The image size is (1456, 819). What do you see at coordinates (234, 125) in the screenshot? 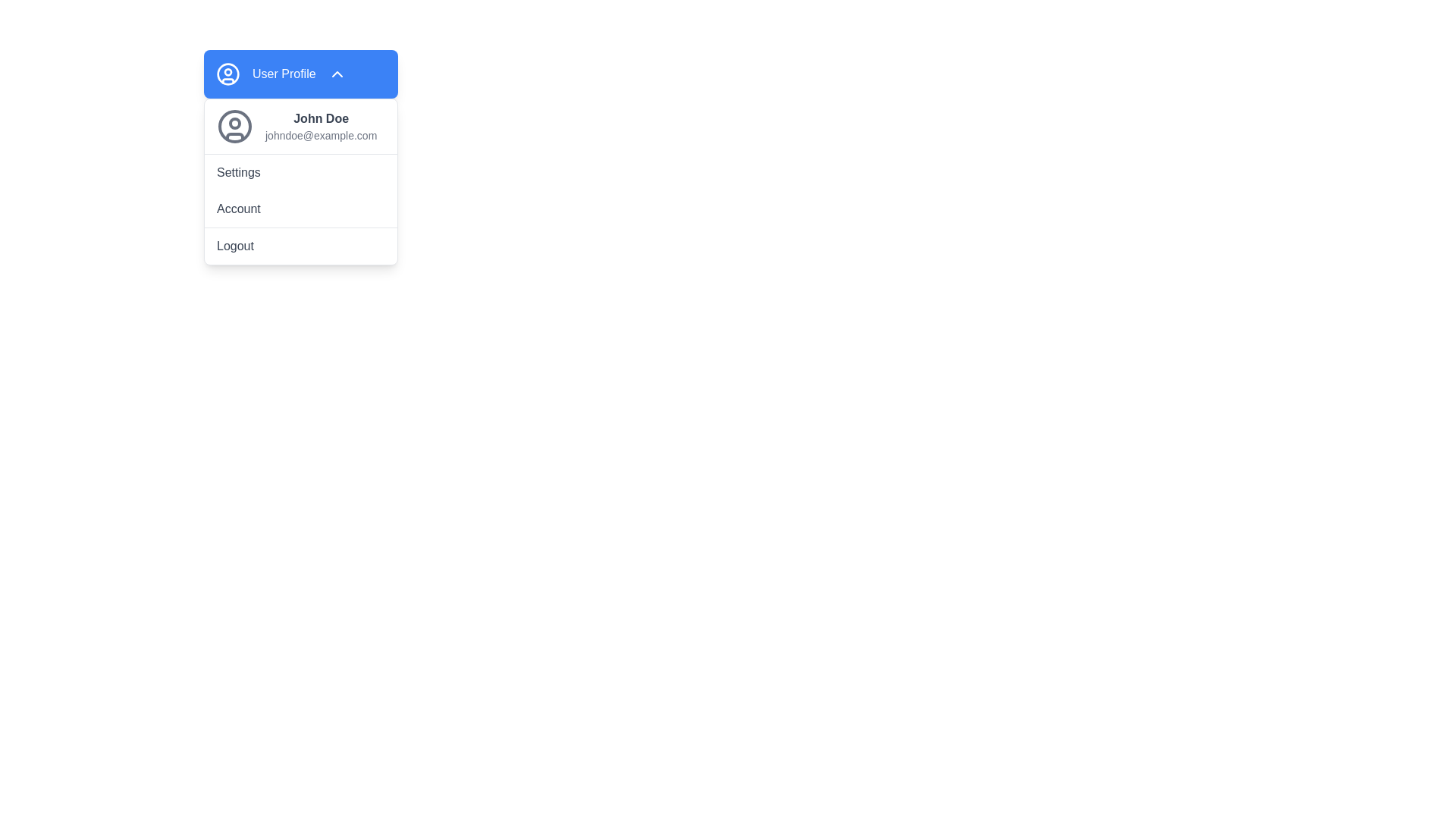
I see `the largest outer circle of the user profile icon located at the top-left part of the user dropdown menu` at bounding box center [234, 125].